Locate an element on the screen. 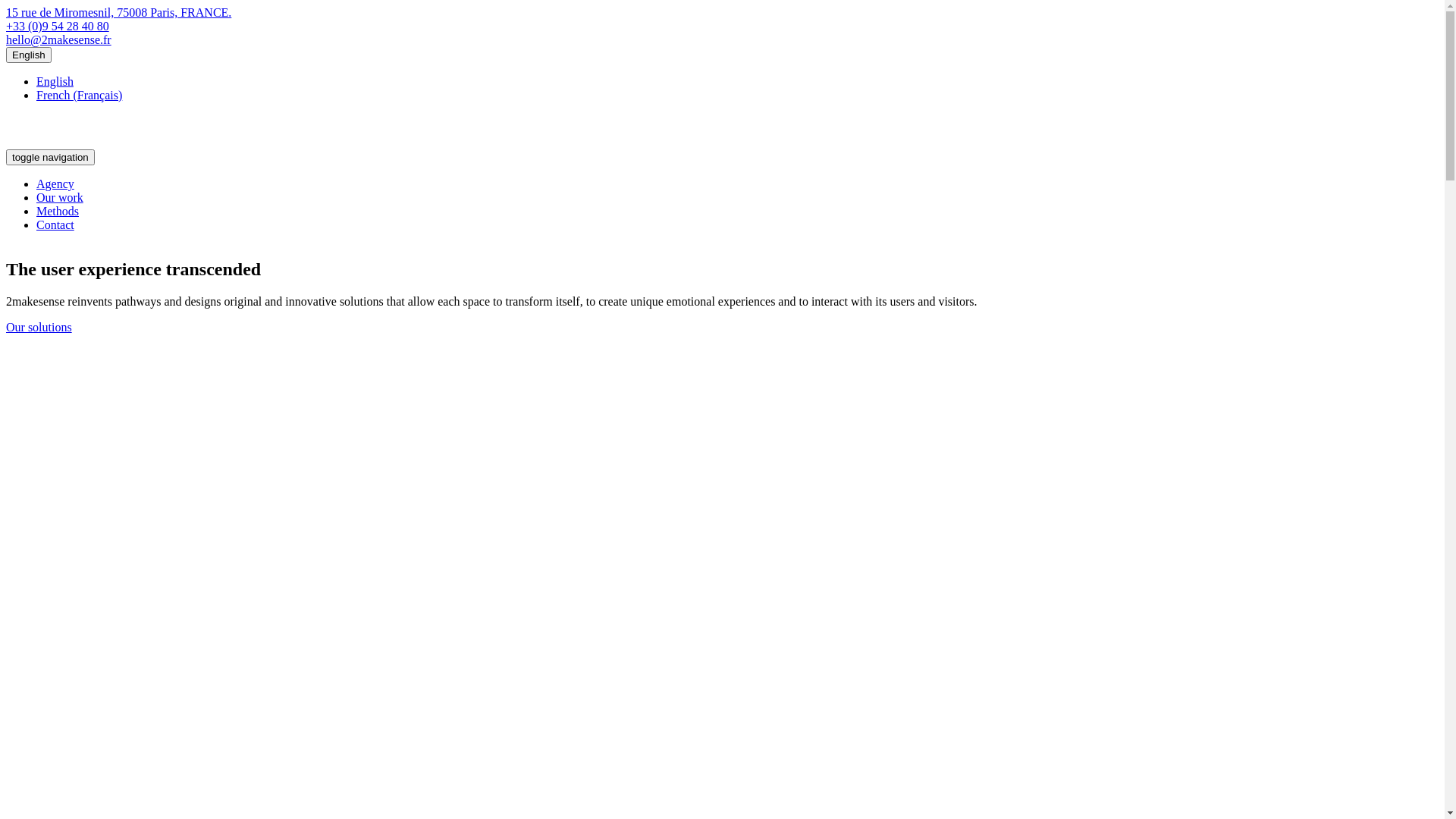 The image size is (1456, 819). 'Contact' is located at coordinates (55, 224).